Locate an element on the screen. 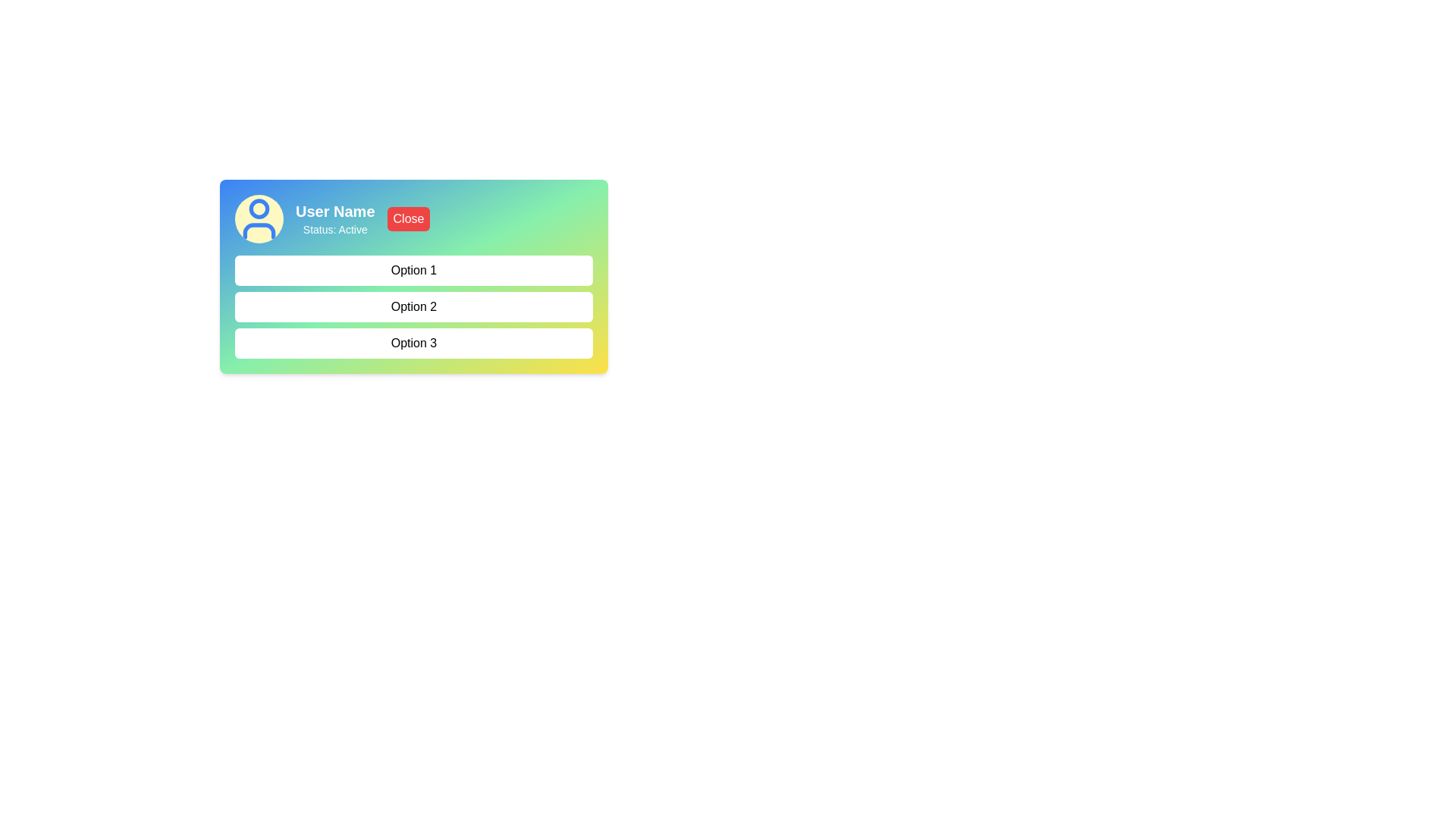 Image resolution: width=1456 pixels, height=819 pixels. the 'Option 2' button, which is a rectangular button with rounded corners, white background, and black text, located in the middle of a group of three vertically stacked options is located at coordinates (414, 307).